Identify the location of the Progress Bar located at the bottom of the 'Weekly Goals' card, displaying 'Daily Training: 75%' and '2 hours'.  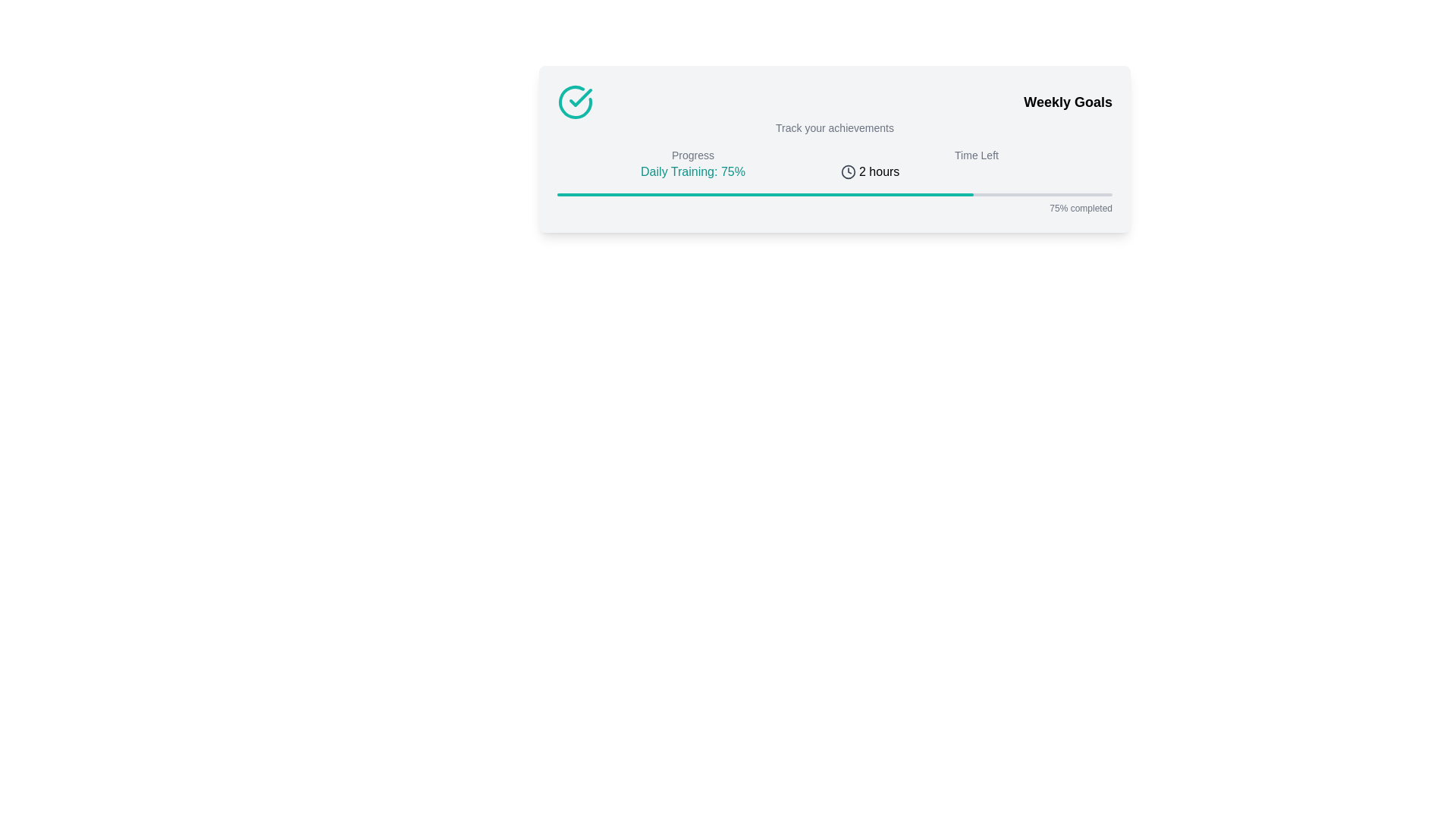
(833, 203).